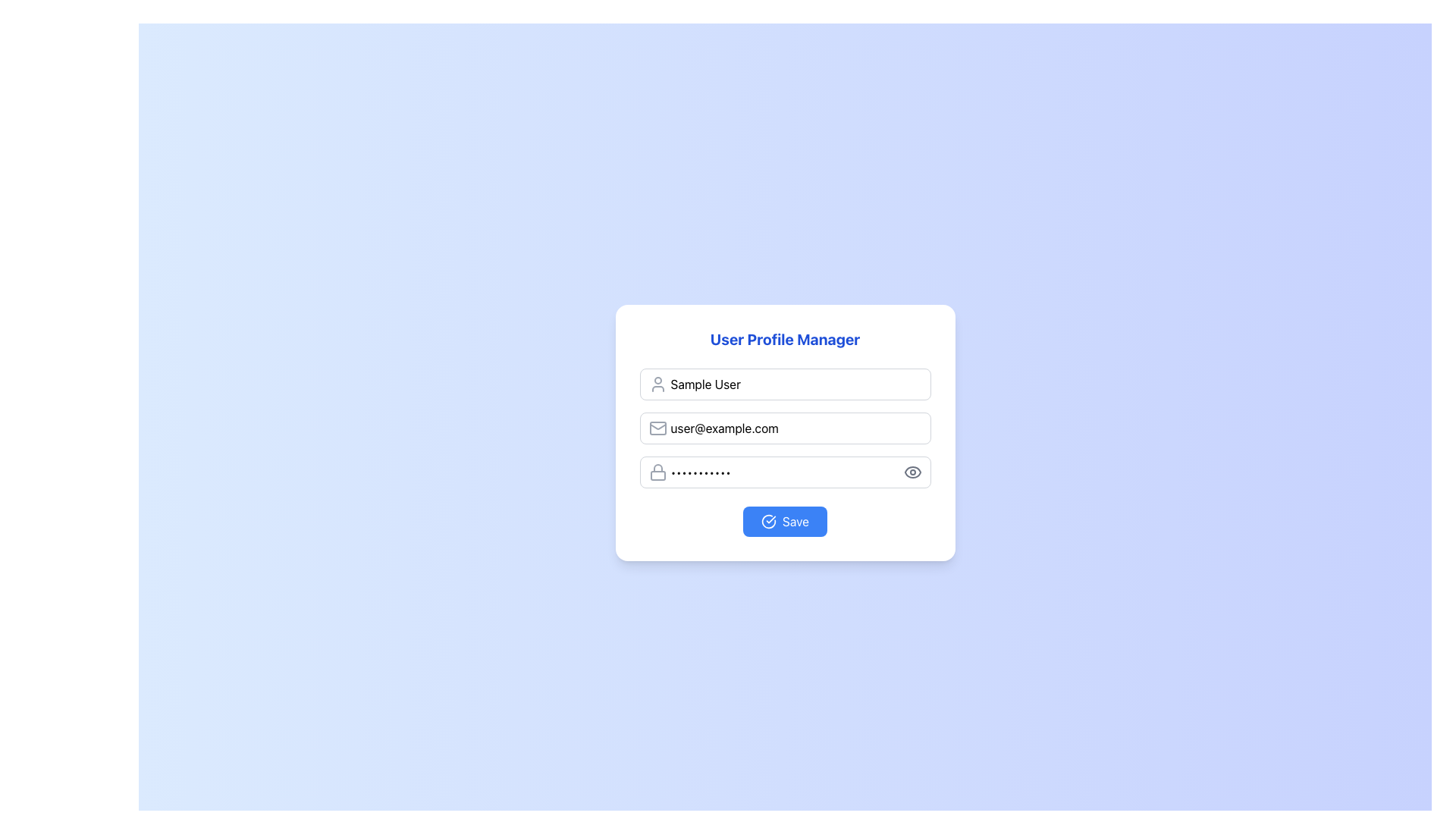  Describe the element at coordinates (785, 520) in the screenshot. I see `the 'Save' button with a blue background and white text, located at the bottom of the 'User Profile Manager' card` at that location.